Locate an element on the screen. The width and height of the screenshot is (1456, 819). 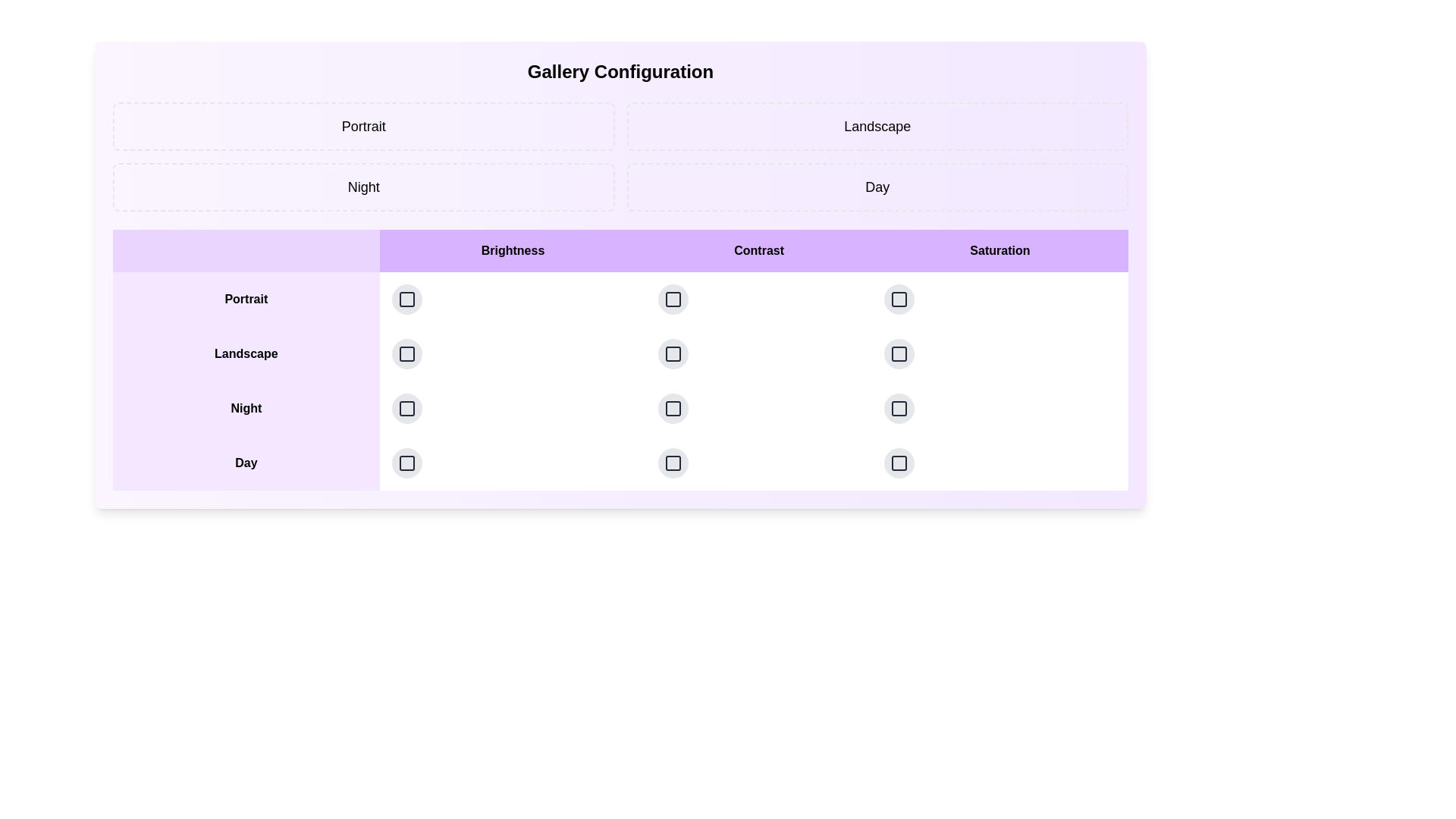
the checkbox located in the 'Saturation' column and 'Night' row is located at coordinates (899, 408).